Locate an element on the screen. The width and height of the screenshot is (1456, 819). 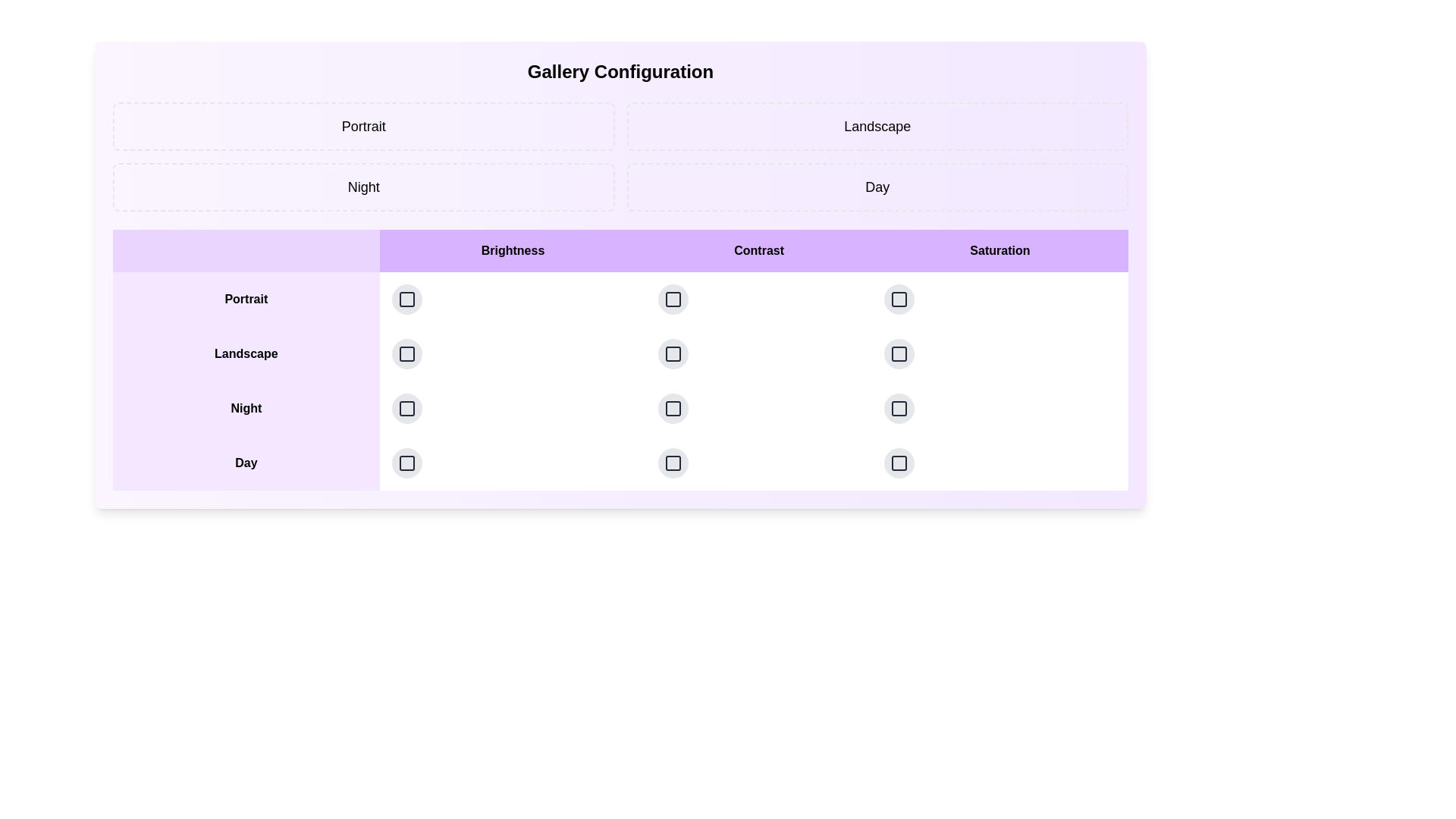
the checkbox located in the 'Saturation' column and 'Night' row is located at coordinates (899, 408).